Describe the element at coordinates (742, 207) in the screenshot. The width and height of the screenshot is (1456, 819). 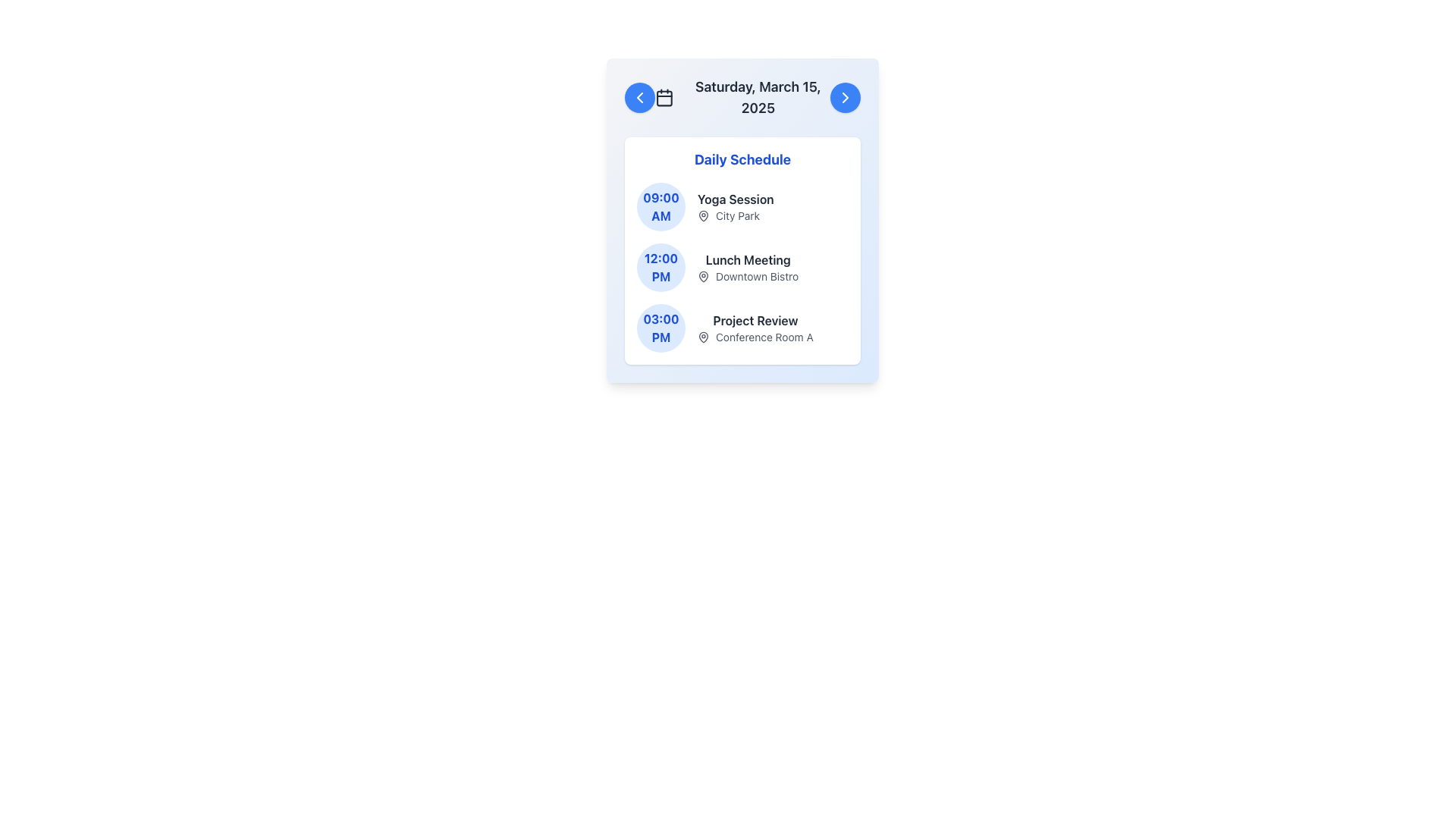
I see `the first structured schedule entry in the Daily Schedule list, which features a circular blue icon with '09:00 AM' and a description of 'Yoga Session' and 'City Park'` at that location.